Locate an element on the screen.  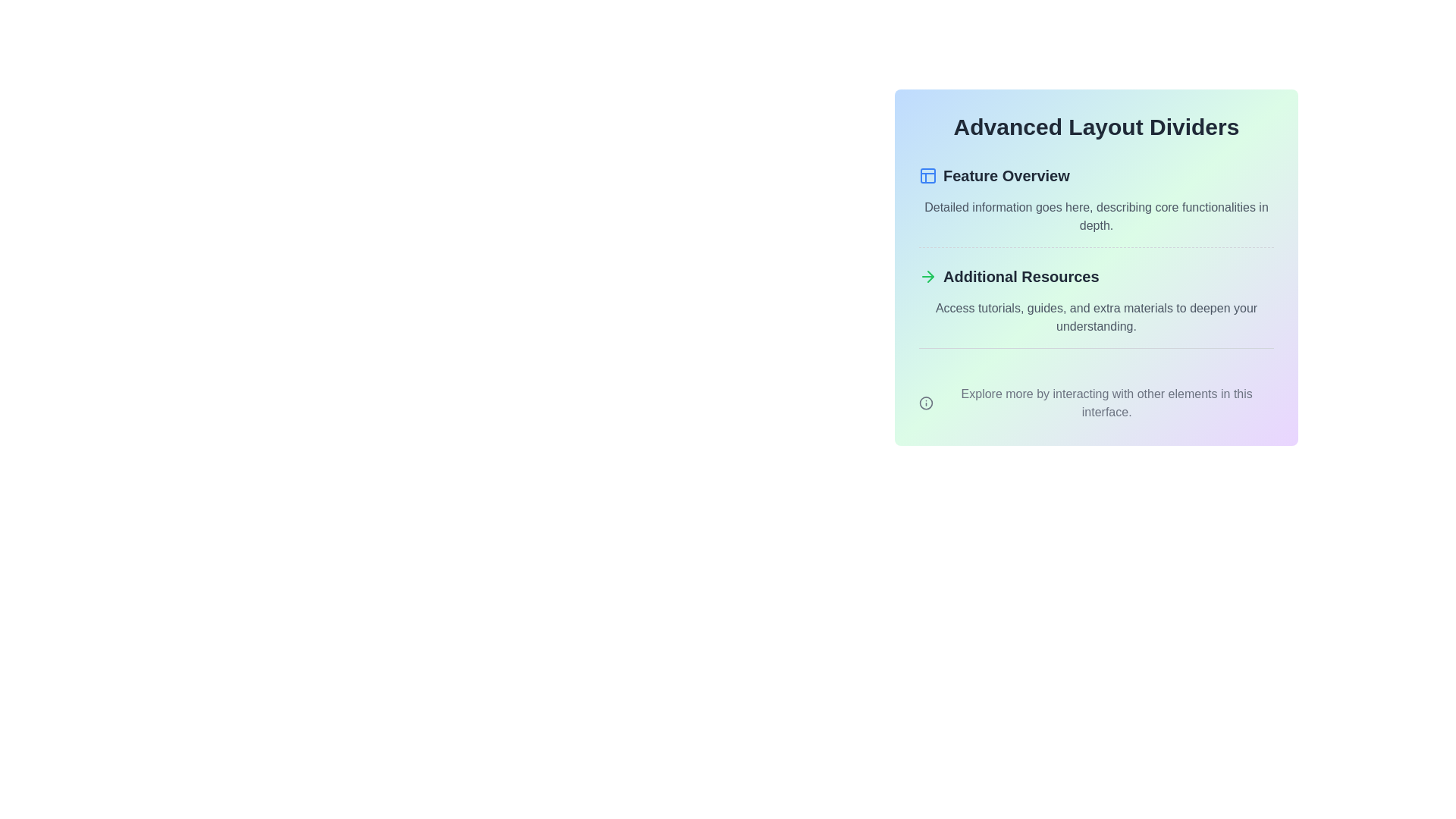
information in the 'Additional Resources' section, which includes a bold heading and a descriptive paragraph below it is located at coordinates (1096, 307).